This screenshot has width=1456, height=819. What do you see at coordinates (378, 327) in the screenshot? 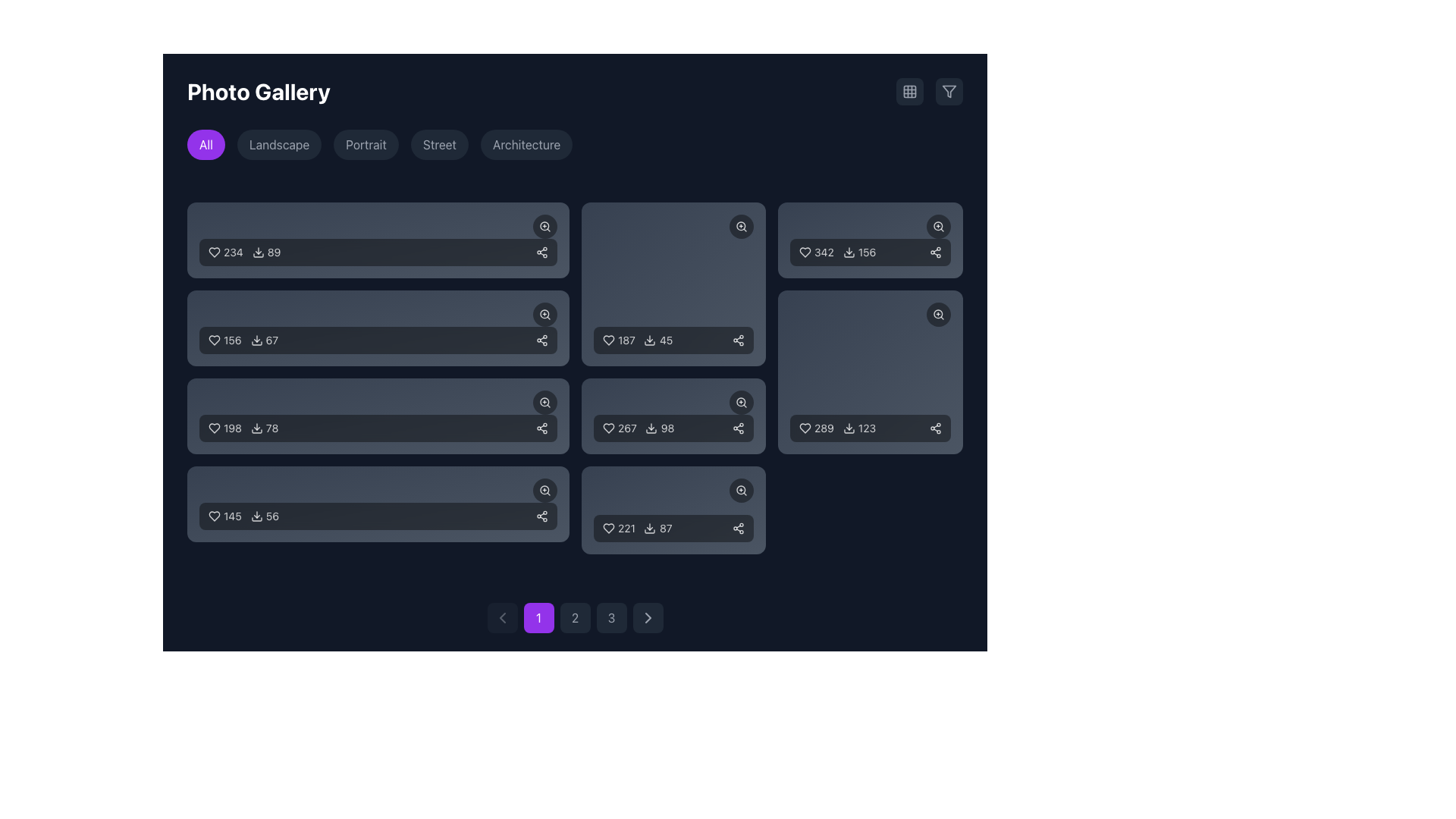
I see `the likes and download statistics in the interactive row located in the middle of the second row of the grid layout, directly below the element displaying '234 ❤️ 89'` at bounding box center [378, 327].